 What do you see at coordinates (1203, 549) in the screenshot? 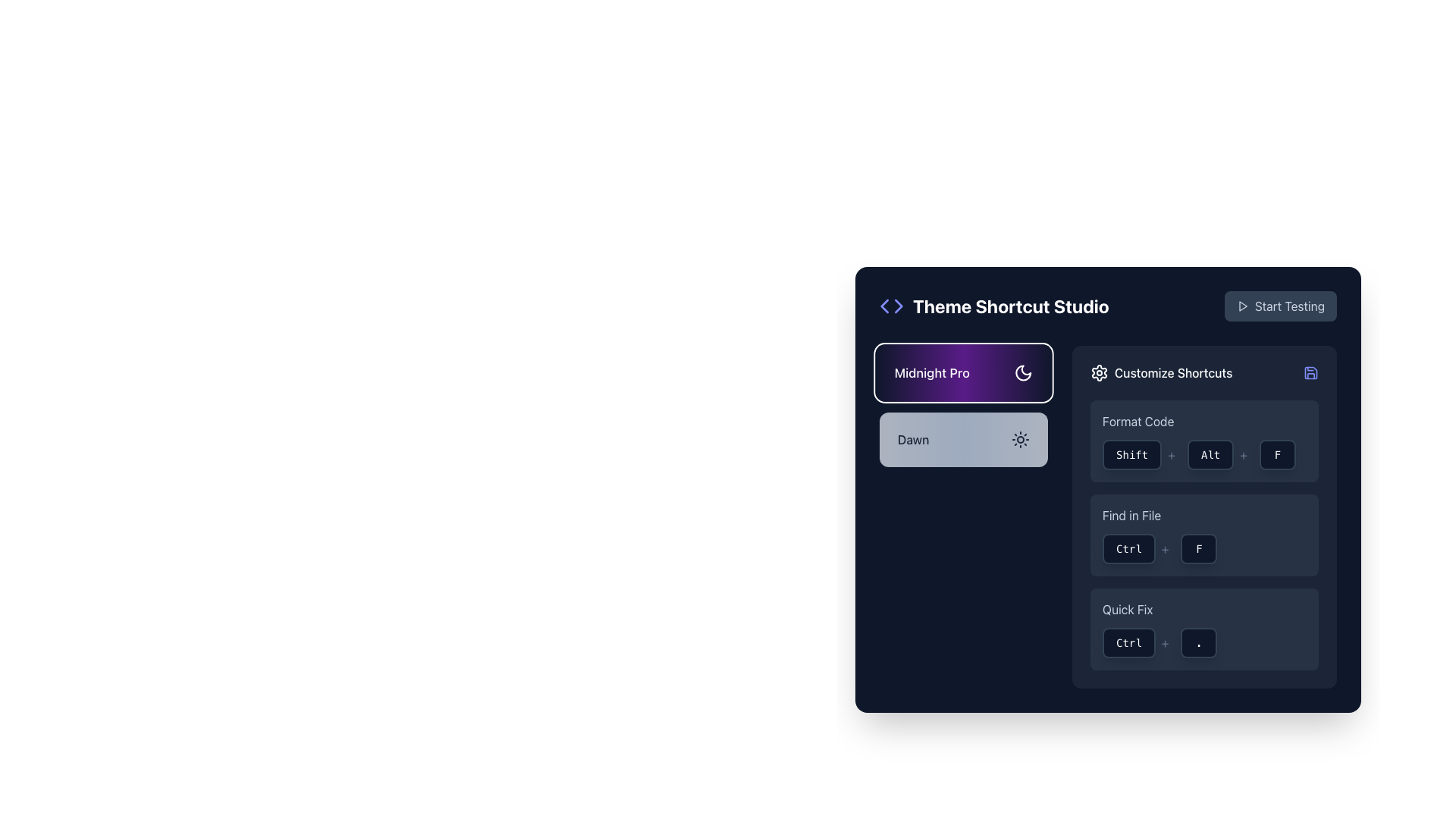
I see `the keyboard shortcut display for 'Ctrl+F', which is located in the 'Find in File' section on the right sidebar, beneath 'Customize Shortcuts'` at bounding box center [1203, 549].